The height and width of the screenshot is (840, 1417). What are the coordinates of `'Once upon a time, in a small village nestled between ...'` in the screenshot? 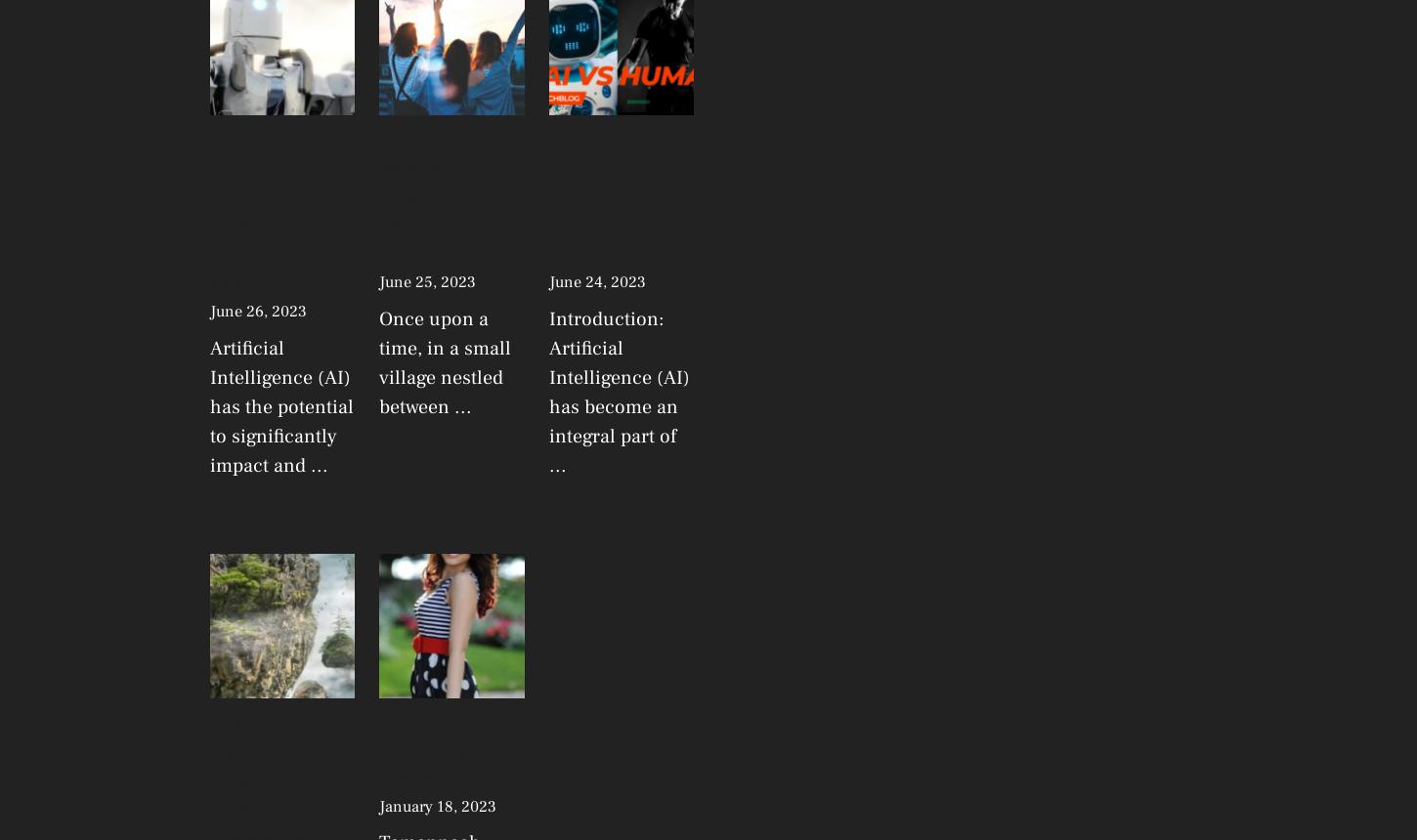 It's located at (444, 362).